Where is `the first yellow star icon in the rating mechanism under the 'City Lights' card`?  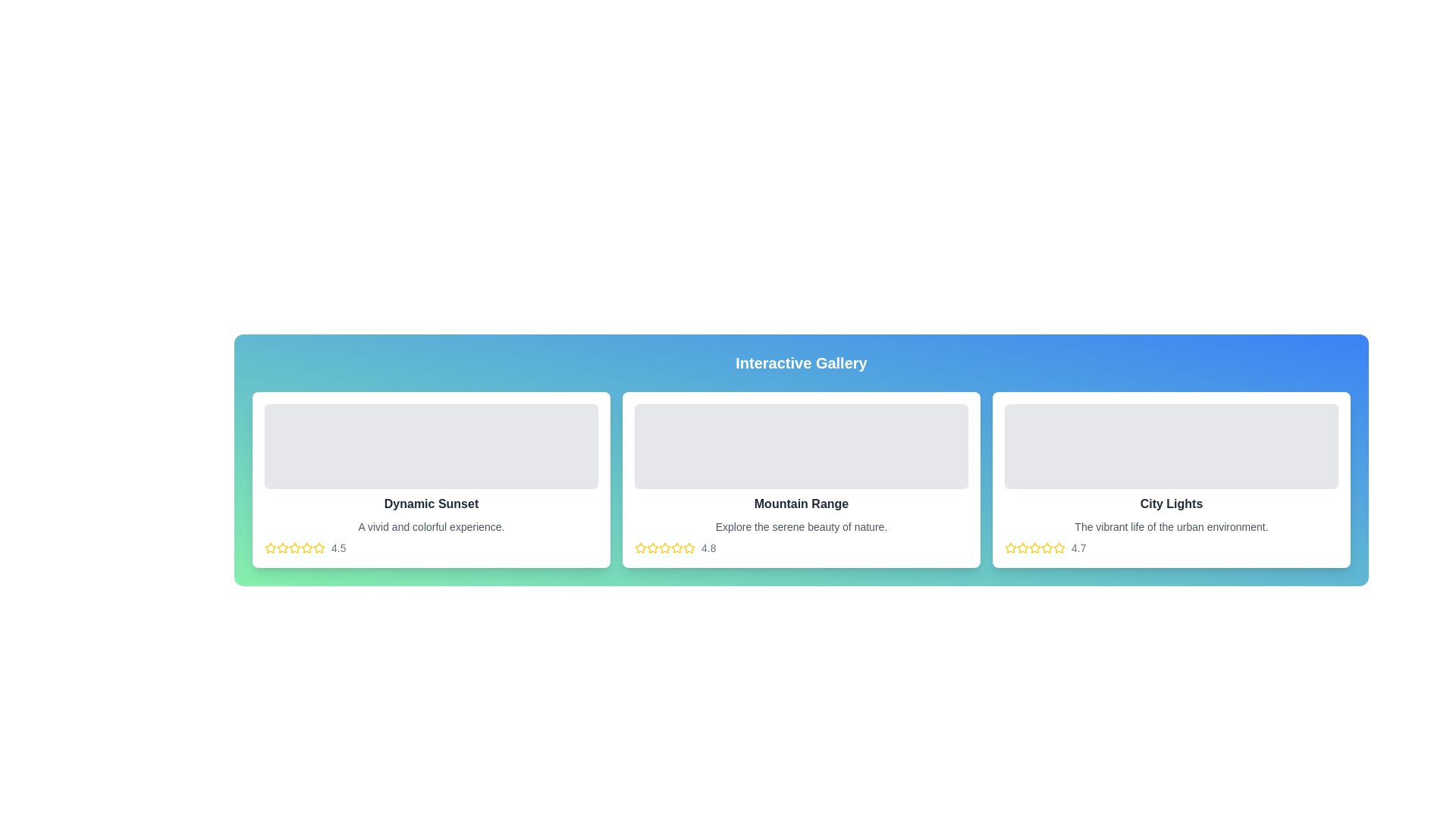
the first yellow star icon in the rating mechanism under the 'City Lights' card is located at coordinates (1022, 547).